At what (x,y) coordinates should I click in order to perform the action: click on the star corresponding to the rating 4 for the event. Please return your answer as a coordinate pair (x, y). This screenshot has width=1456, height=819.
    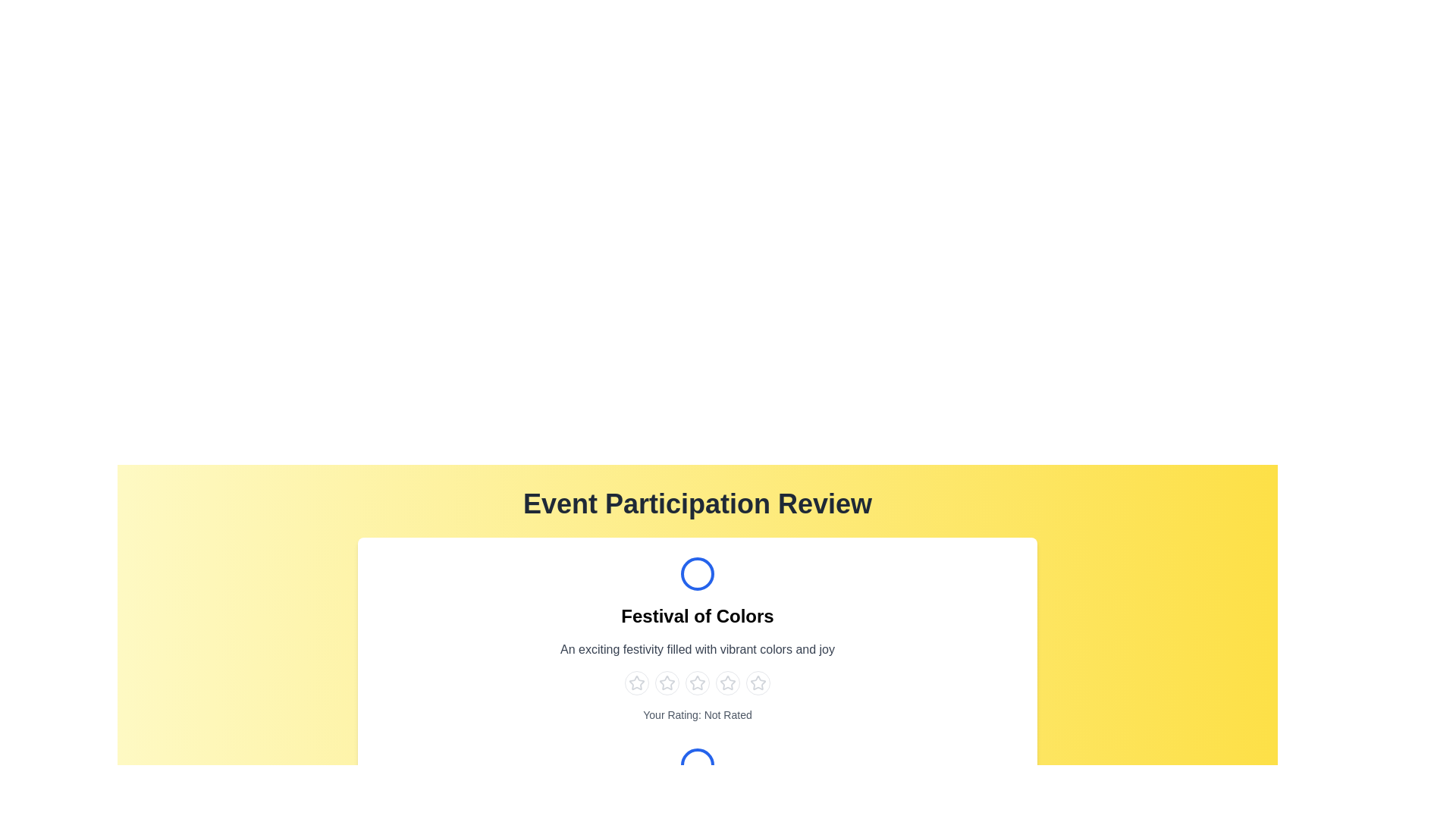
    Looking at the image, I should click on (728, 683).